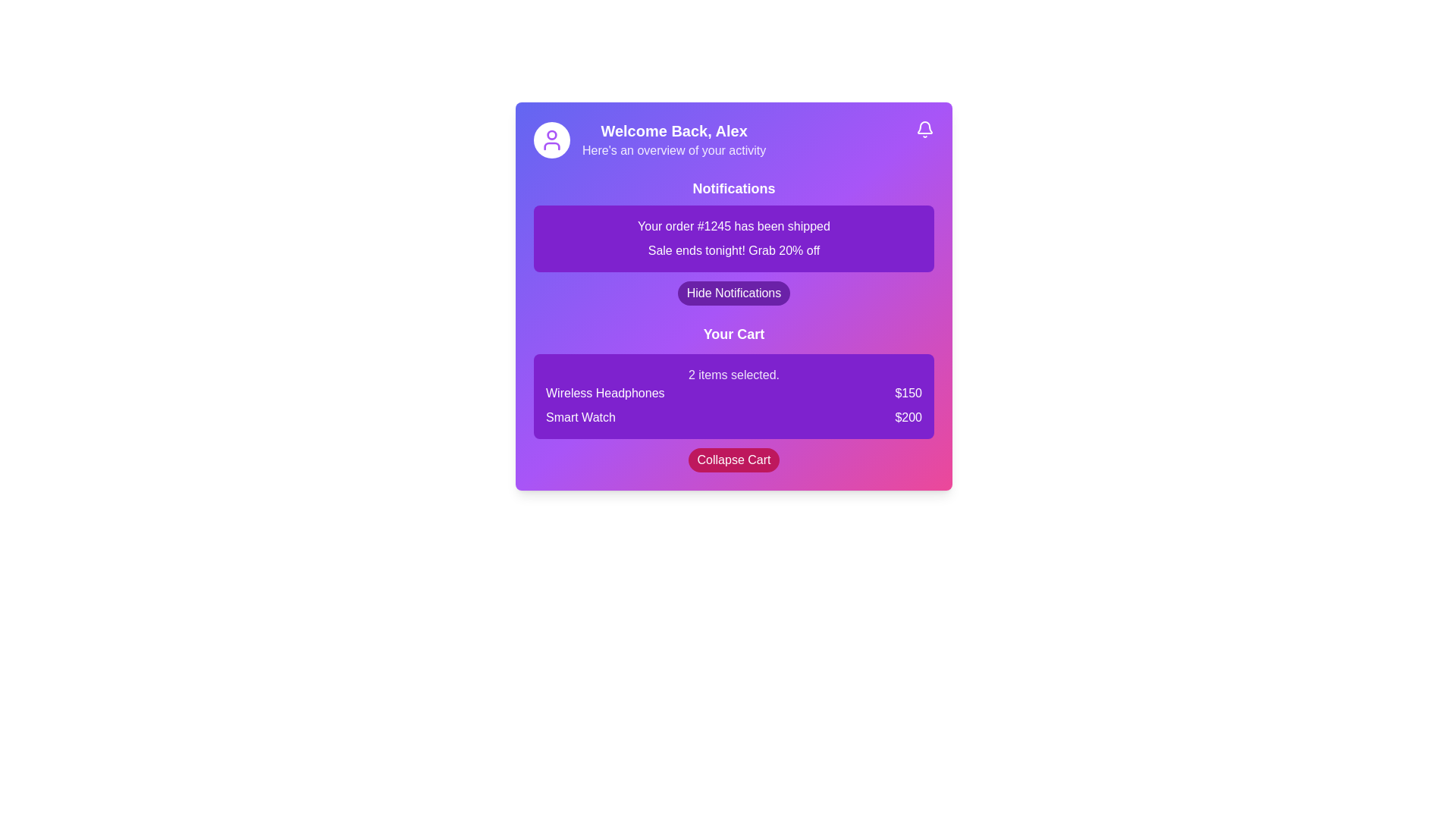  What do you see at coordinates (734, 239) in the screenshot?
I see `the Notification box with a purple background containing the text 'Your order #1245 has been shipped' and 'Sale ends tonight! Grab 20% off' for reference` at bounding box center [734, 239].